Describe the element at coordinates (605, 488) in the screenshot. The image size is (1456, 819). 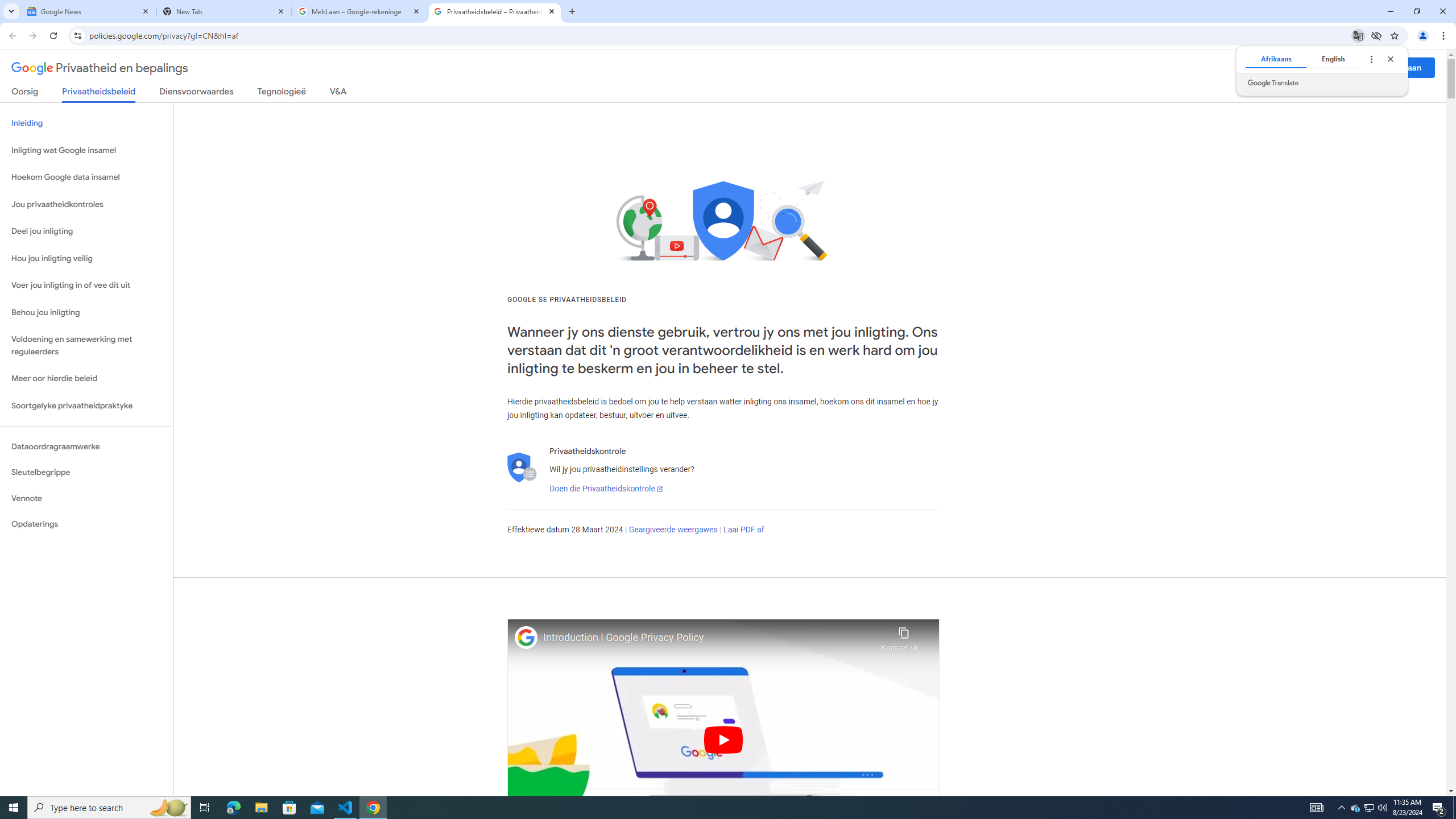
I see `'Doen die Privaatheidskontrole'` at that location.